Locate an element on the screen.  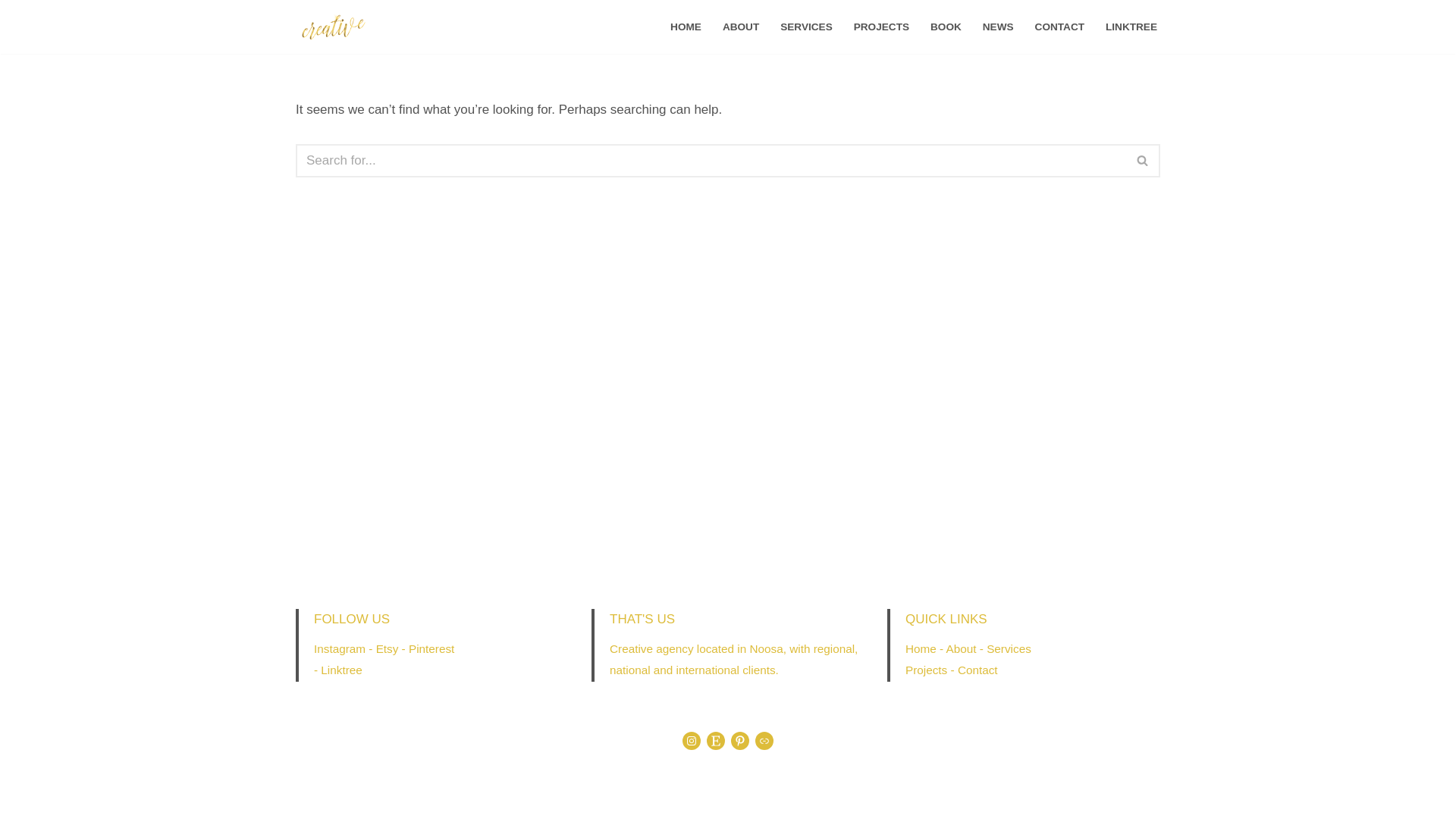
'CONTACT' is located at coordinates (1034, 27).